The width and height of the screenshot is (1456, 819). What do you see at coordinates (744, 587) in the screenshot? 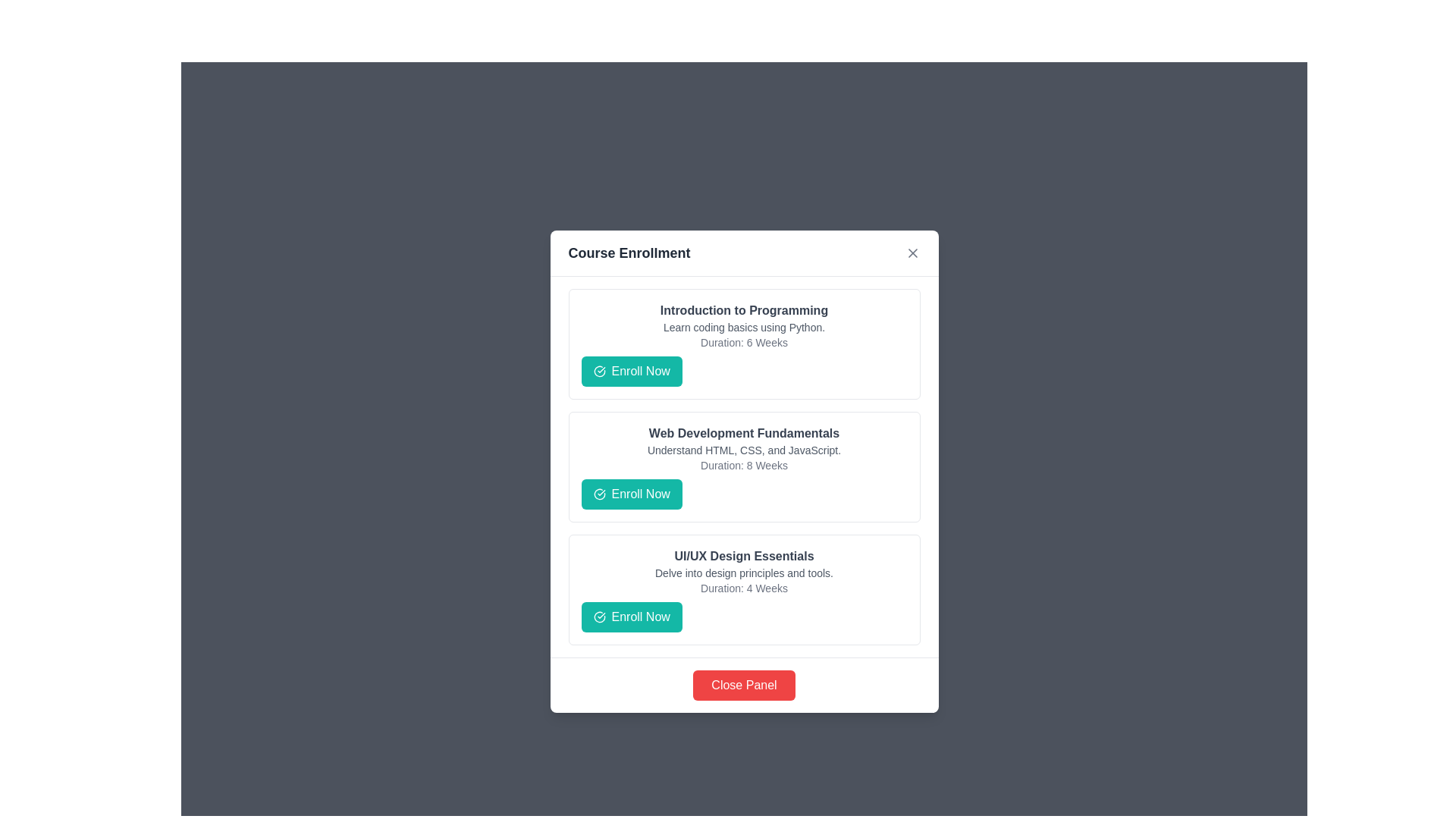
I see `the static text label that reads 'Duration: 4 Weeks', which is located in the third course card above the 'Enroll Now' button` at bounding box center [744, 587].